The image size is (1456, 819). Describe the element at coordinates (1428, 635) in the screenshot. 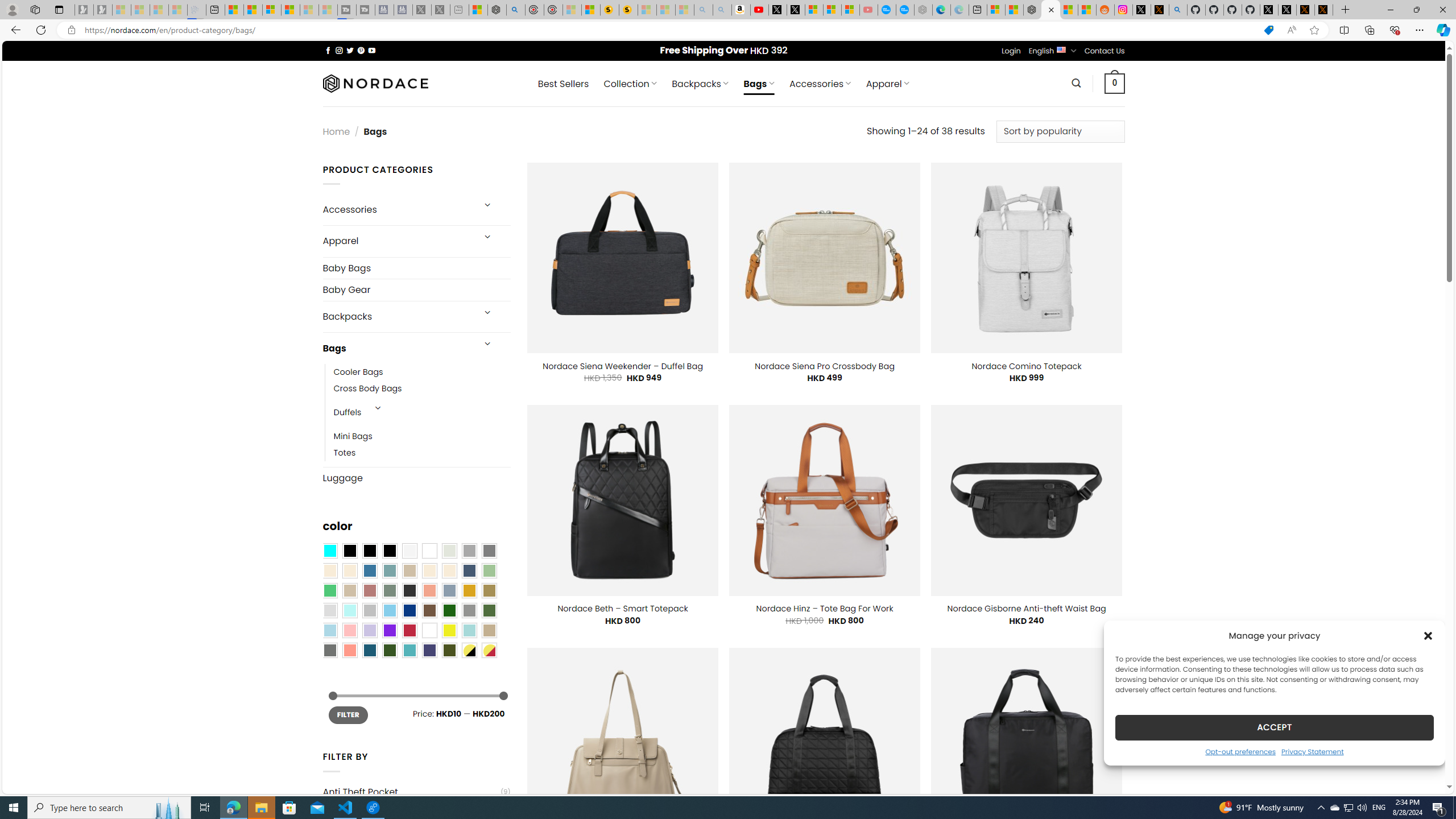

I see `'Class: cmplz-close'` at that location.